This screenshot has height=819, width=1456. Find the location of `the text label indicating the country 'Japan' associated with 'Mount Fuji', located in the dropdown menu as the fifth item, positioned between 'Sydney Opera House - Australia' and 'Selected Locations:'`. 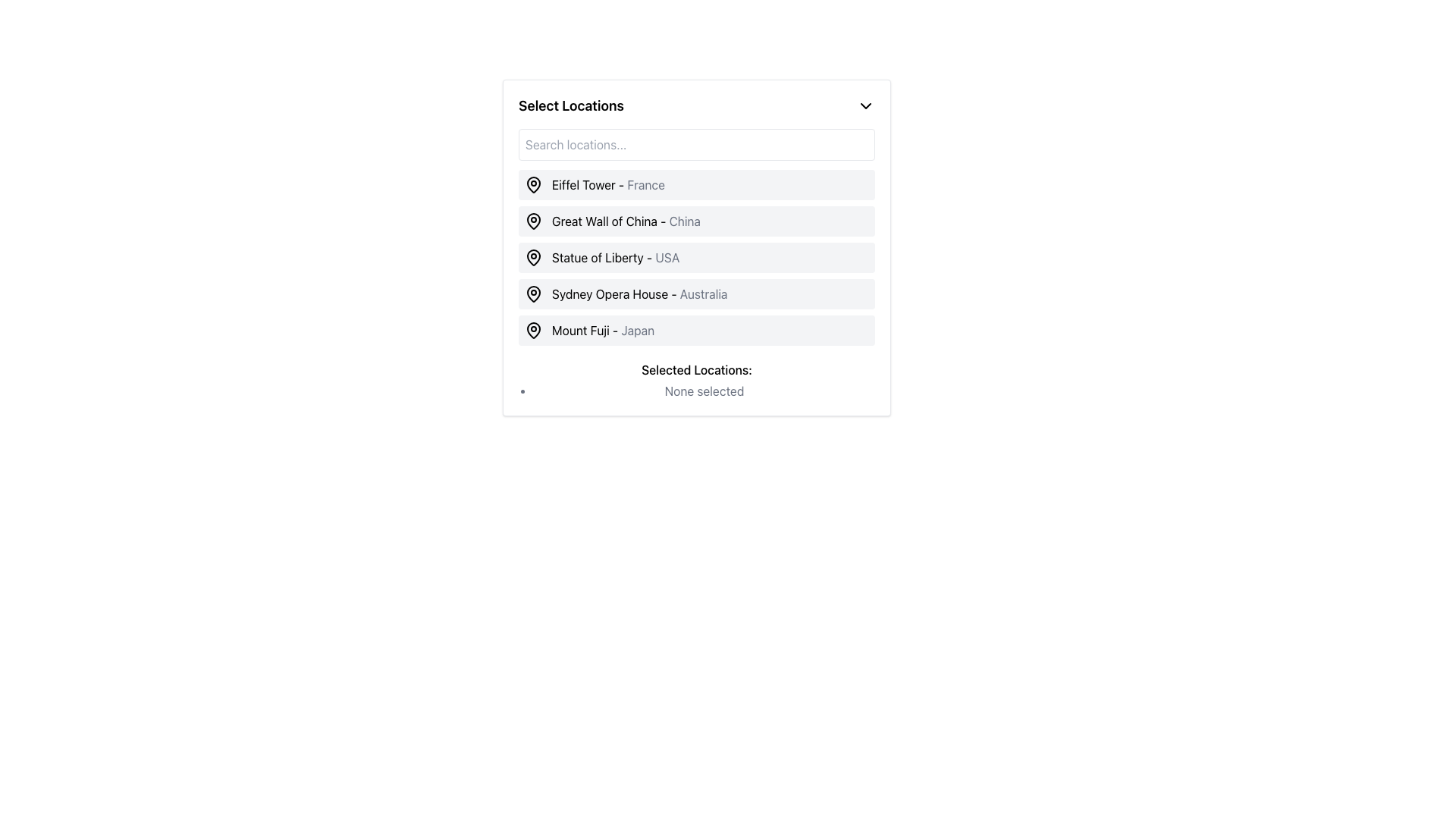

the text label indicating the country 'Japan' associated with 'Mount Fuji', located in the dropdown menu as the fifth item, positioned between 'Sydney Opera House - Australia' and 'Selected Locations:' is located at coordinates (638, 329).